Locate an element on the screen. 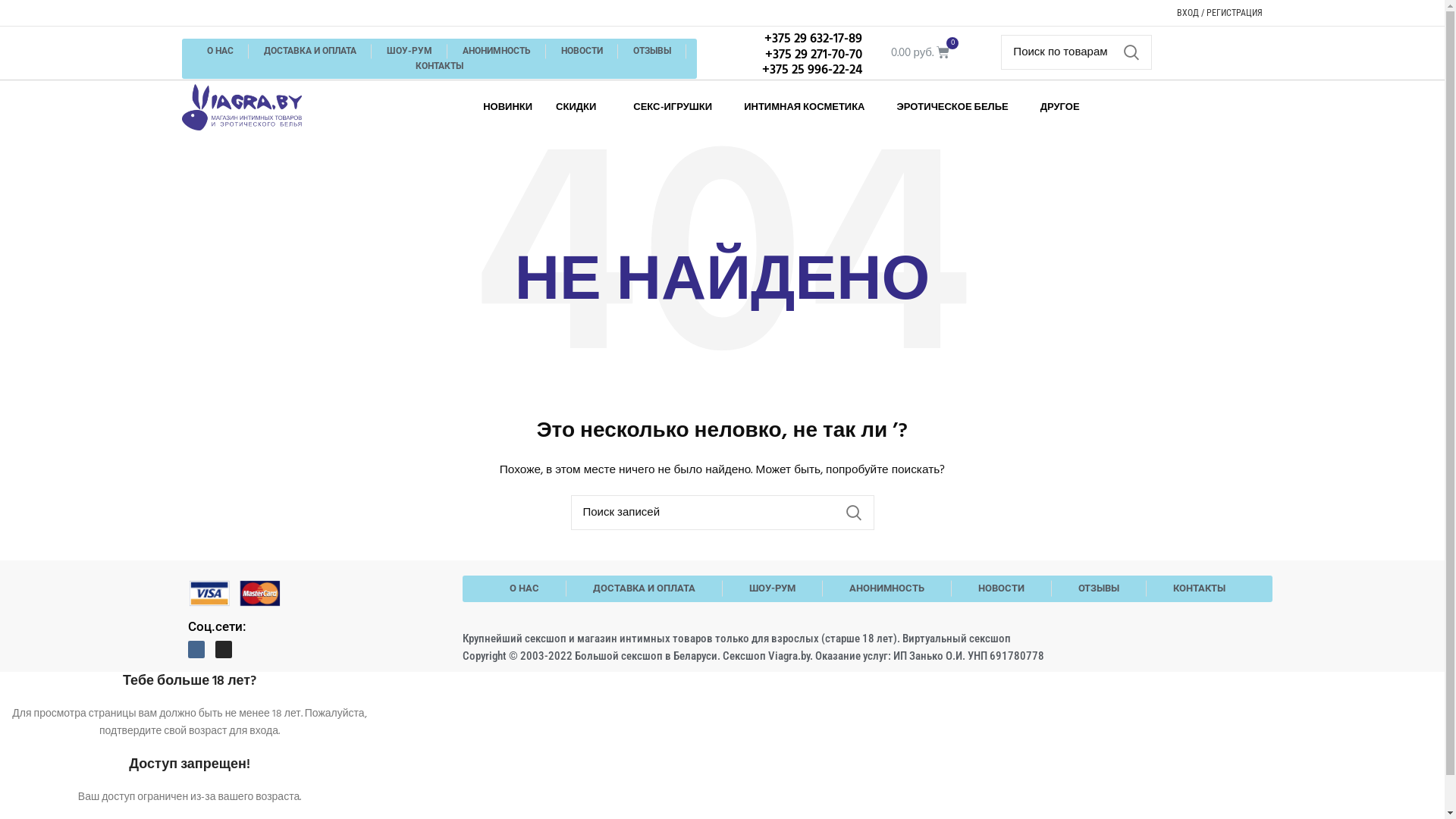 Image resolution: width=1456 pixels, height=819 pixels. '+375 29 632-17-89' is located at coordinates (779, 38).